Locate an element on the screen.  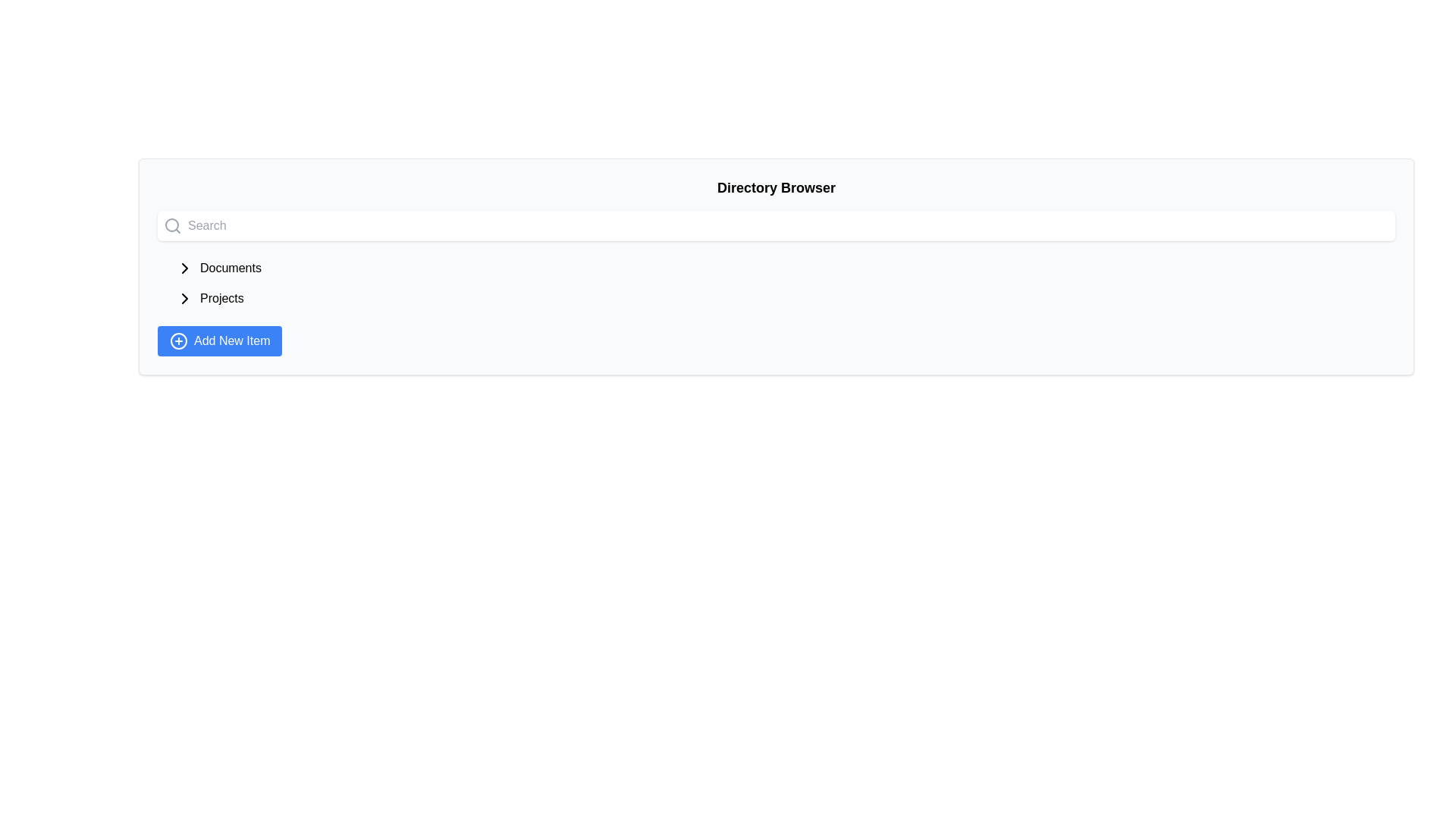
the 'Add New Item' interactive button, which is a blue rectangular button with white text and a plus icon, to change its color is located at coordinates (219, 341).